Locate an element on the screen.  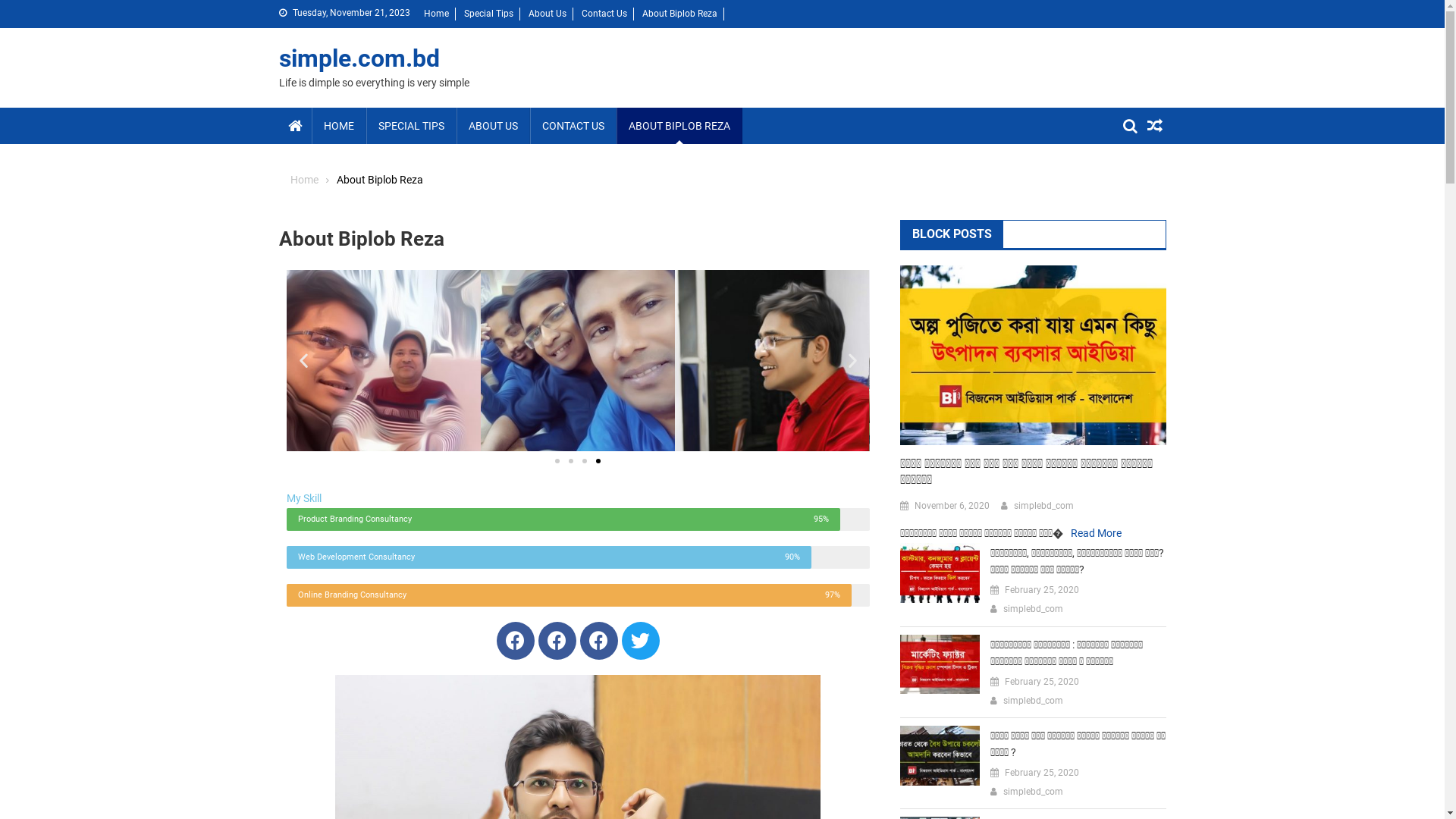
'CONTACT US' is located at coordinates (571, 124).